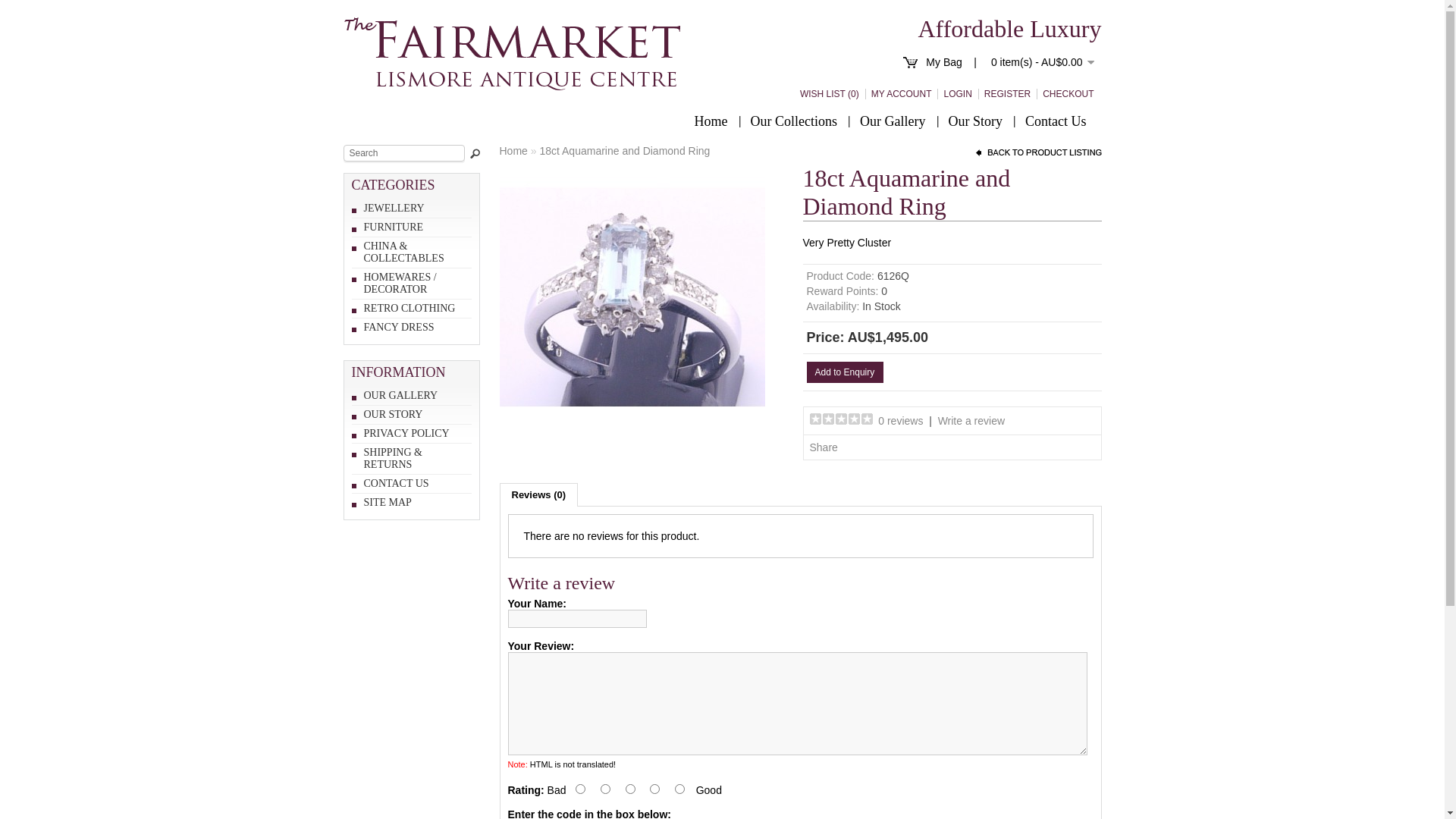  I want to click on 'MY ACCOUNT', so click(899, 93).